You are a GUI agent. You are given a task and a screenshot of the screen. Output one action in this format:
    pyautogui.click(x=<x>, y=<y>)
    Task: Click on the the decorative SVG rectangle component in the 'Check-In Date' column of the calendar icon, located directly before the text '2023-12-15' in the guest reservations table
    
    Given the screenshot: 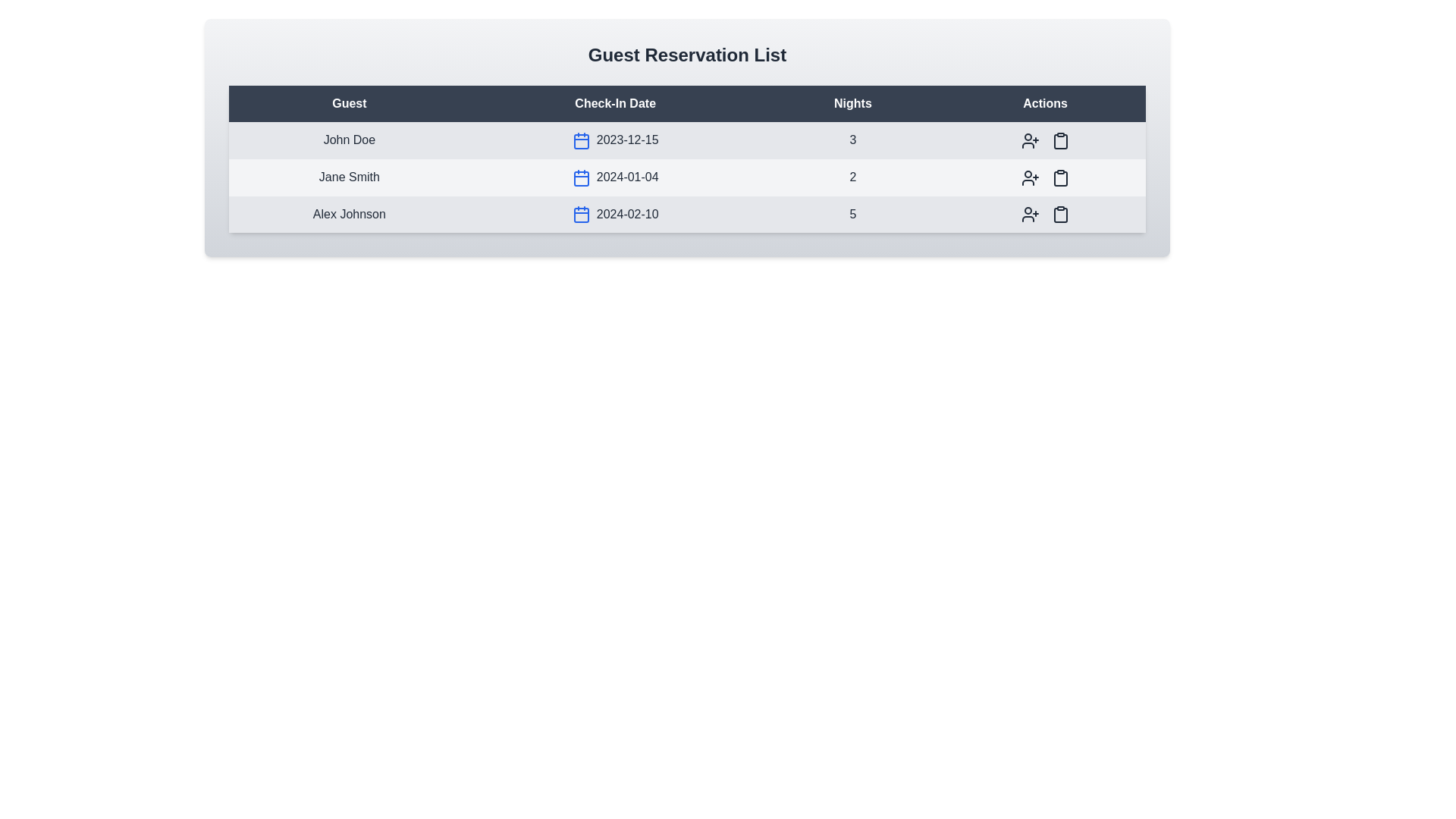 What is the action you would take?
    pyautogui.click(x=580, y=141)
    